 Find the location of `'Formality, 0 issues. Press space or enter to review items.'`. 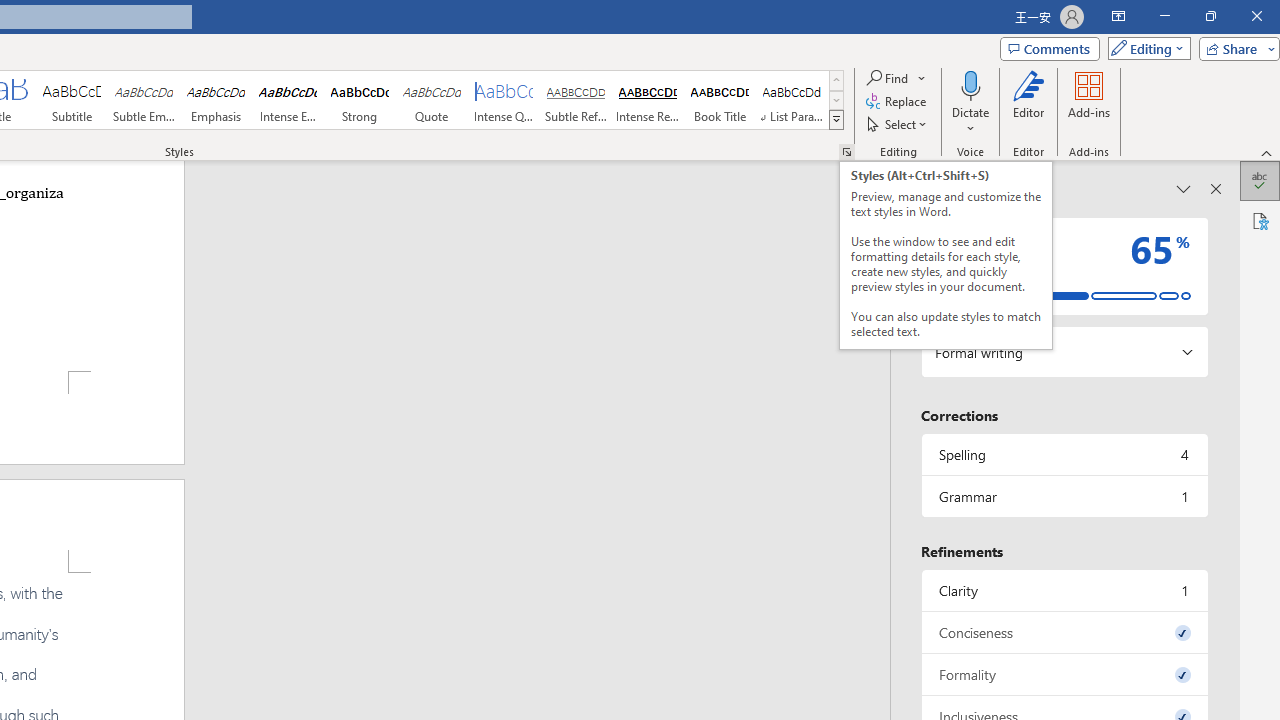

'Formality, 0 issues. Press space or enter to review items.' is located at coordinates (1063, 674).